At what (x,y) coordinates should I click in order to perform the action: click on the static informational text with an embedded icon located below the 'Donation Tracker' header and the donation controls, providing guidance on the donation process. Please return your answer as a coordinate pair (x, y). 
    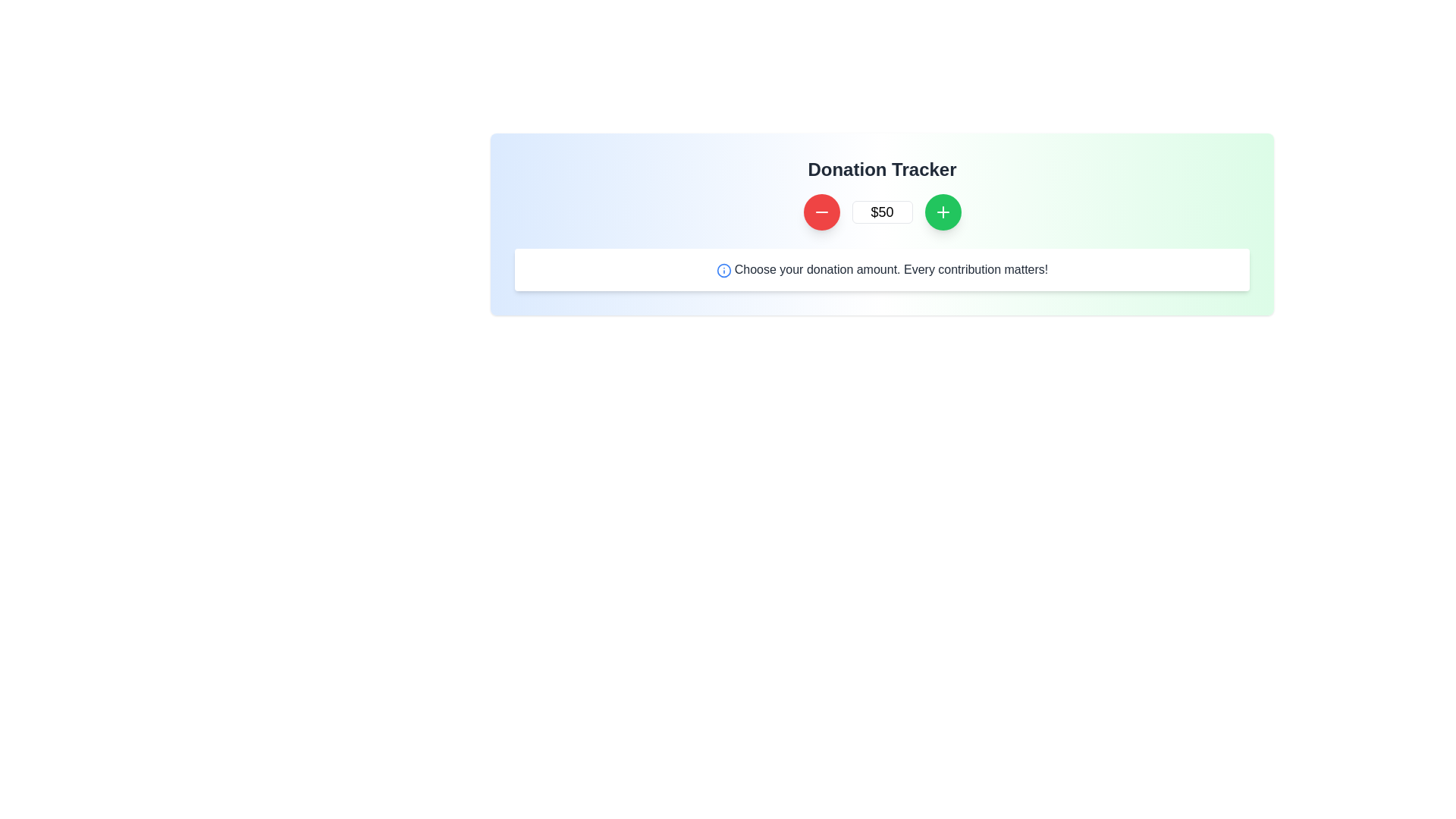
    Looking at the image, I should click on (882, 268).